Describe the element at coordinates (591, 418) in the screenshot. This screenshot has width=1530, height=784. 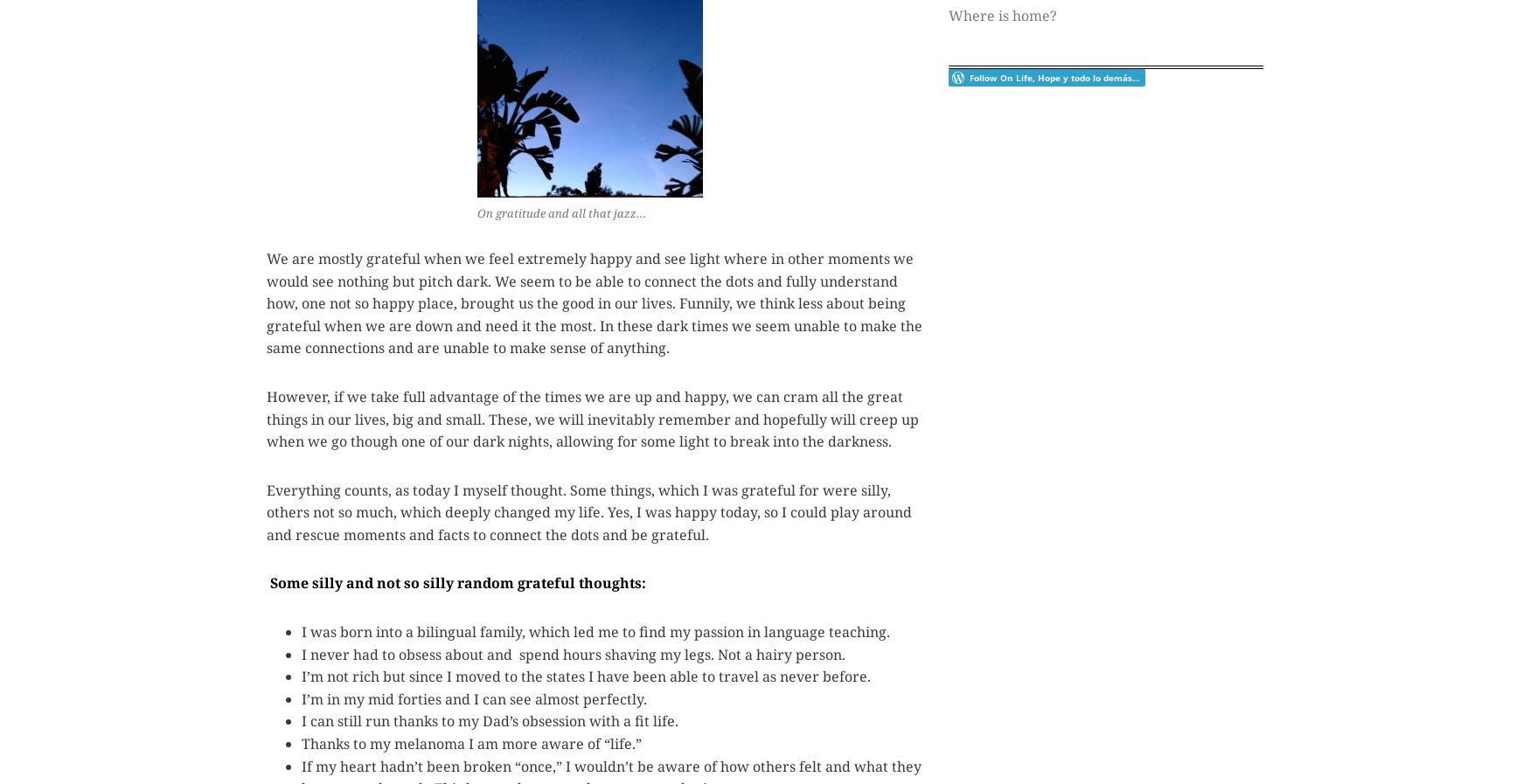
I see `'However, if we take full advantage of the times we are up and happy, we can cram all the great things in our lives, big and small. These, we will inevitably remember and hopefully will creep up when we go though one of our dark nights, allowing for some light to break into the darkness.'` at that location.